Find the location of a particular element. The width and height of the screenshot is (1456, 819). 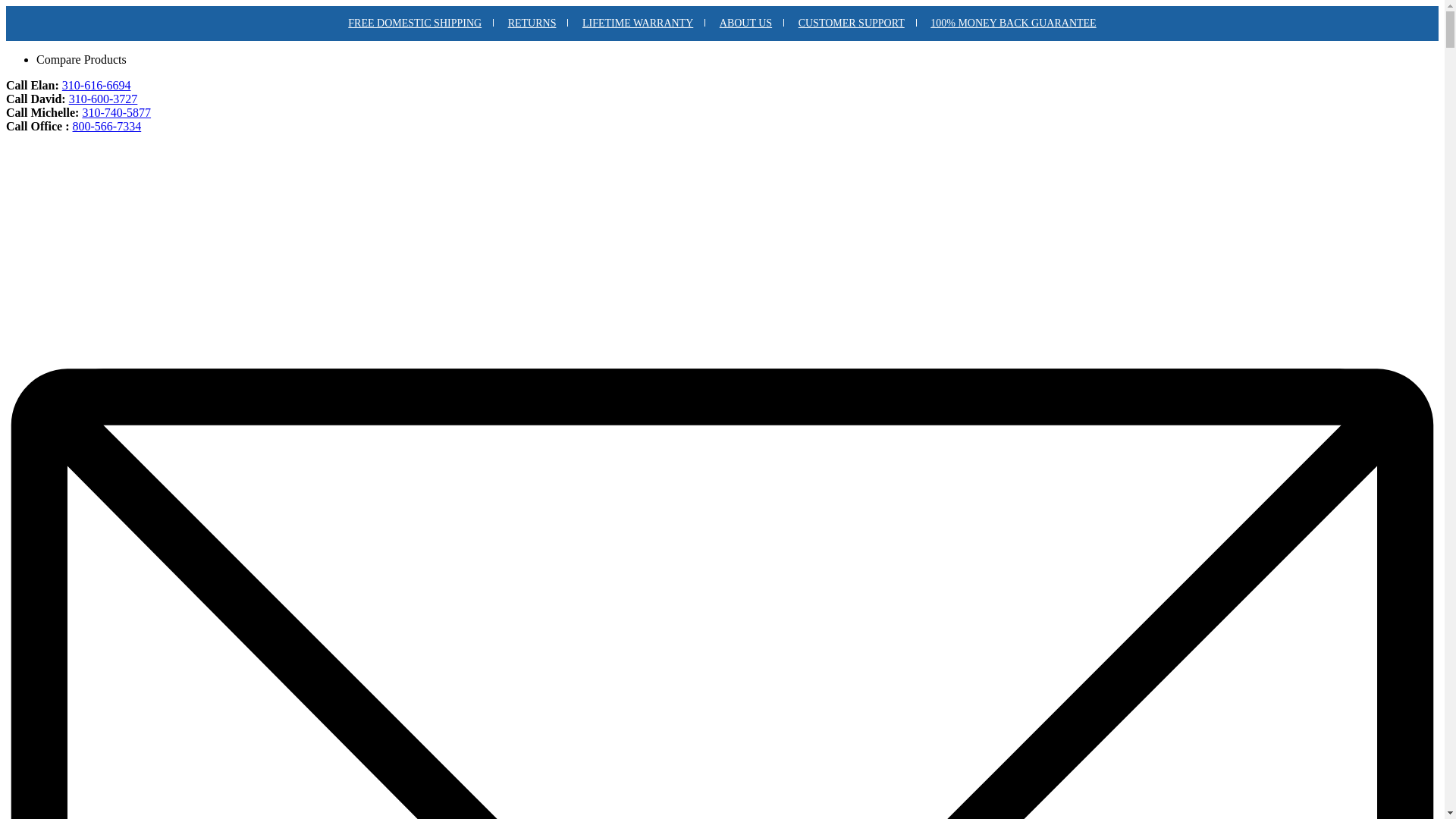

'310-616-6694' is located at coordinates (61, 85).